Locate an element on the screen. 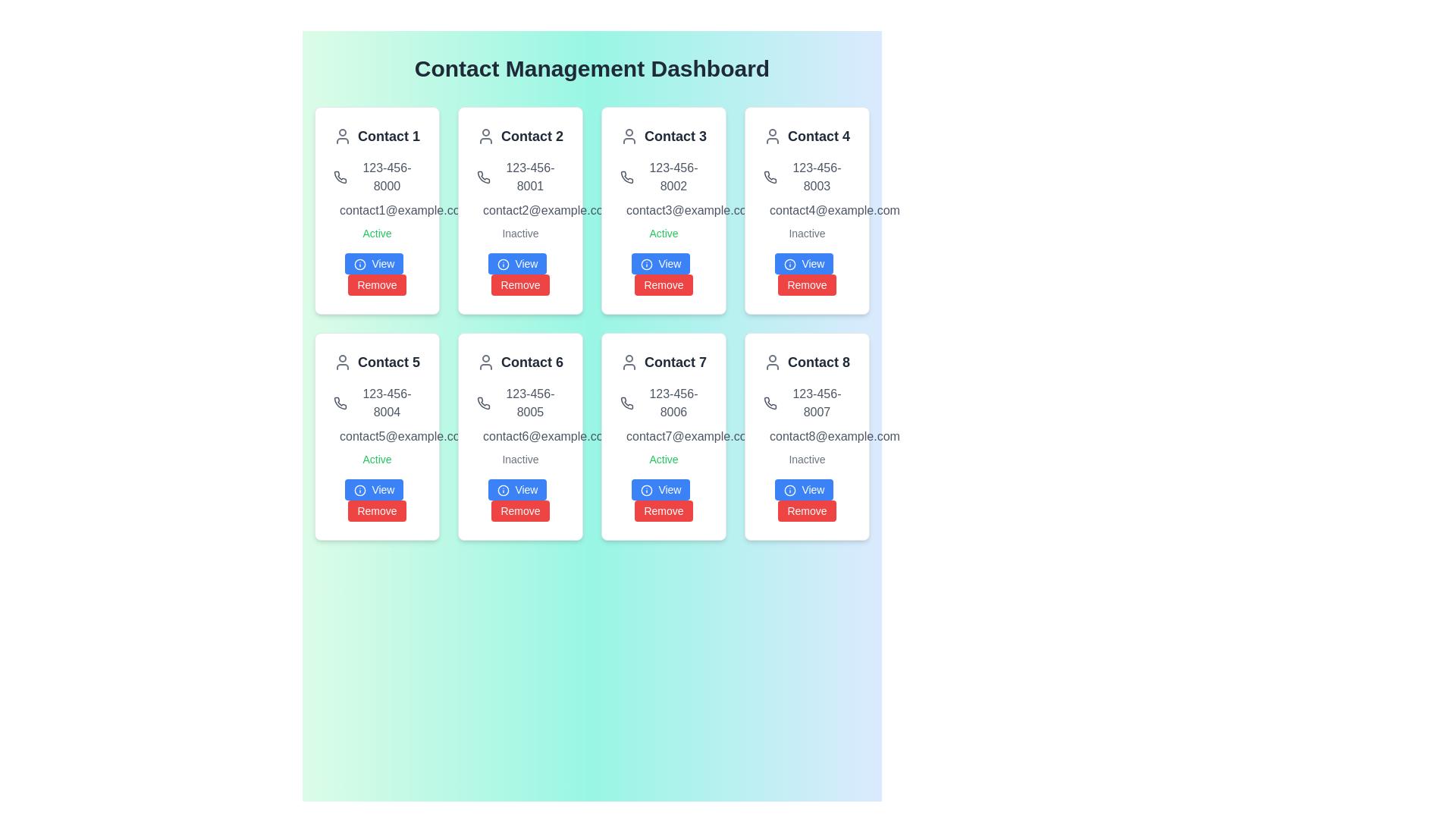 This screenshot has height=819, width=1456. the static text label element displaying 'Contact 3' in bold, dark-gray font color, located in the top row and third column of the card layout is located at coordinates (675, 136).